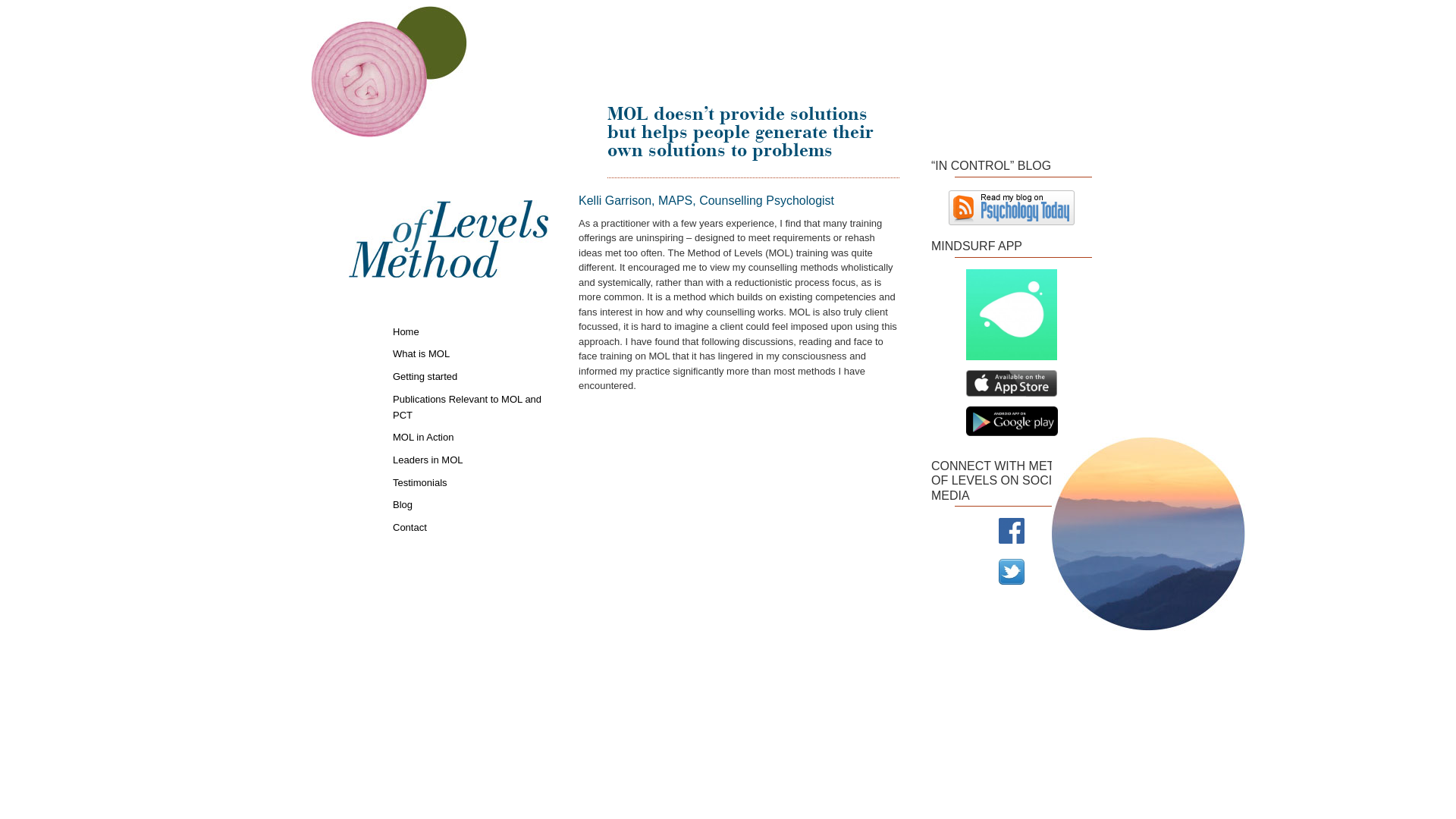  I want to click on 'Publications Relevant to MOL and PCT', so click(469, 405).